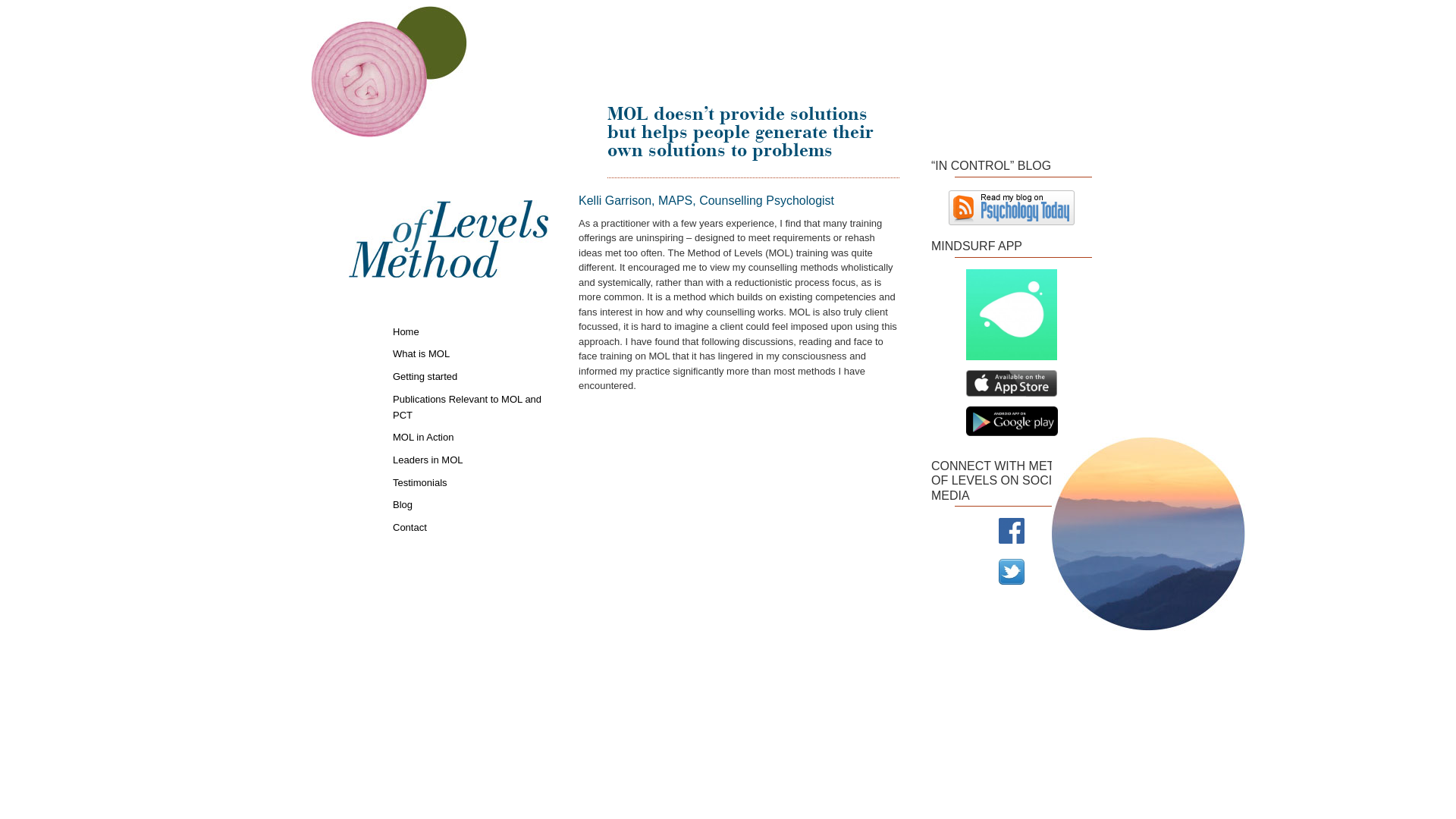  I want to click on 'Publications Relevant to MOL and PCT', so click(469, 405).